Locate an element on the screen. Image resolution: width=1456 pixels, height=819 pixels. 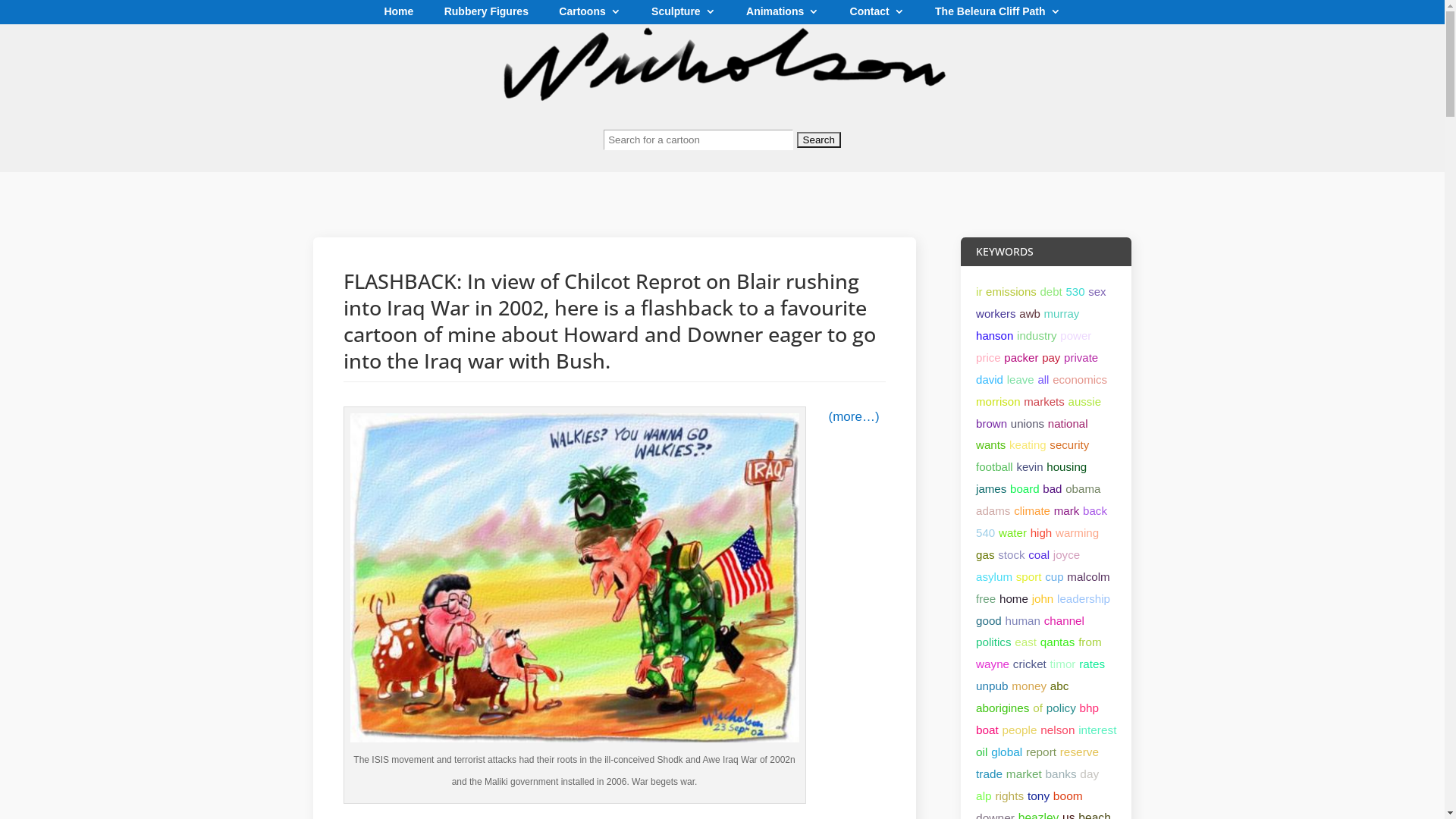
'policy' is located at coordinates (1060, 708).